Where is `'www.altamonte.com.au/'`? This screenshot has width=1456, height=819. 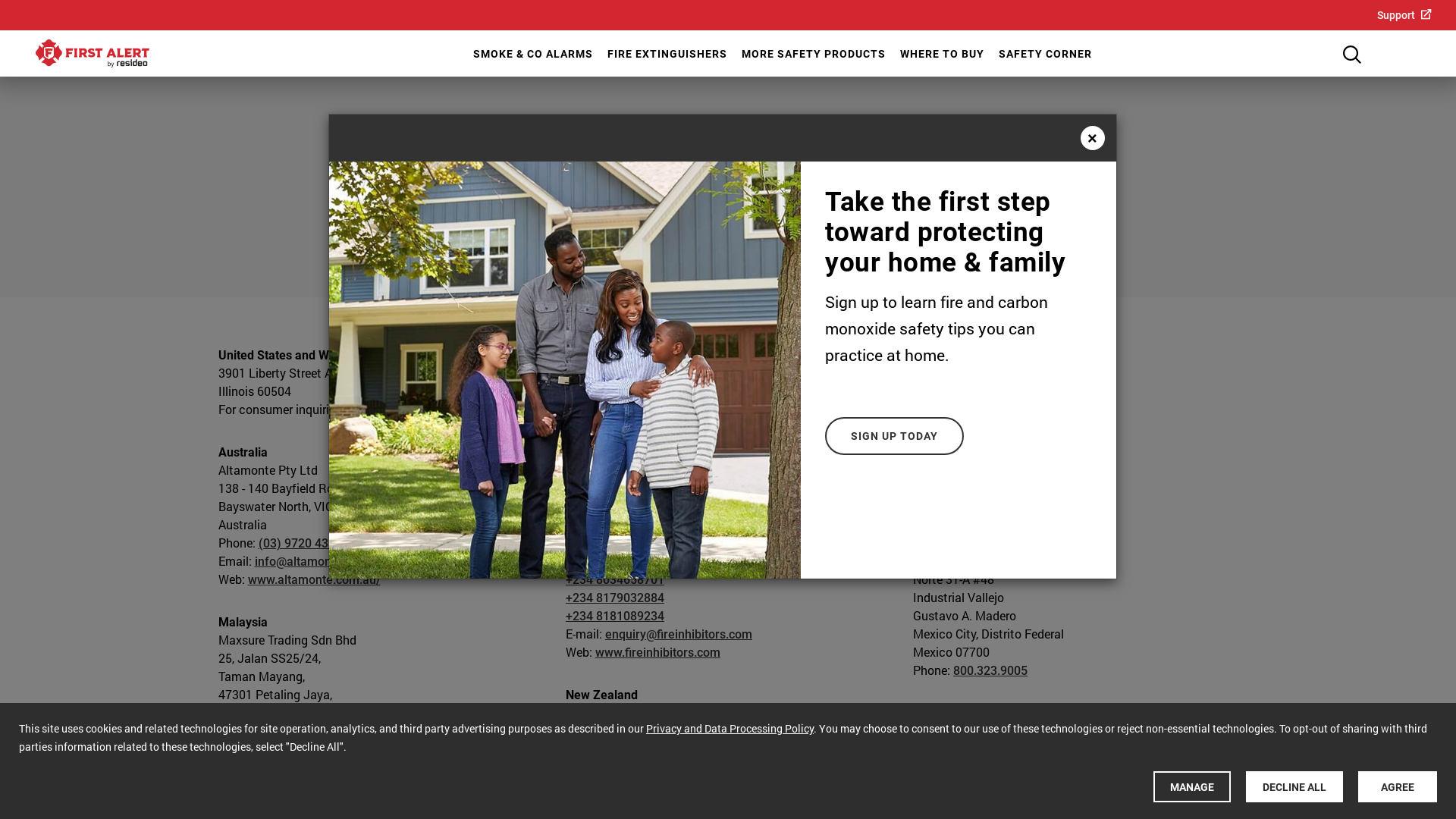 'www.altamonte.com.au/' is located at coordinates (247, 579).